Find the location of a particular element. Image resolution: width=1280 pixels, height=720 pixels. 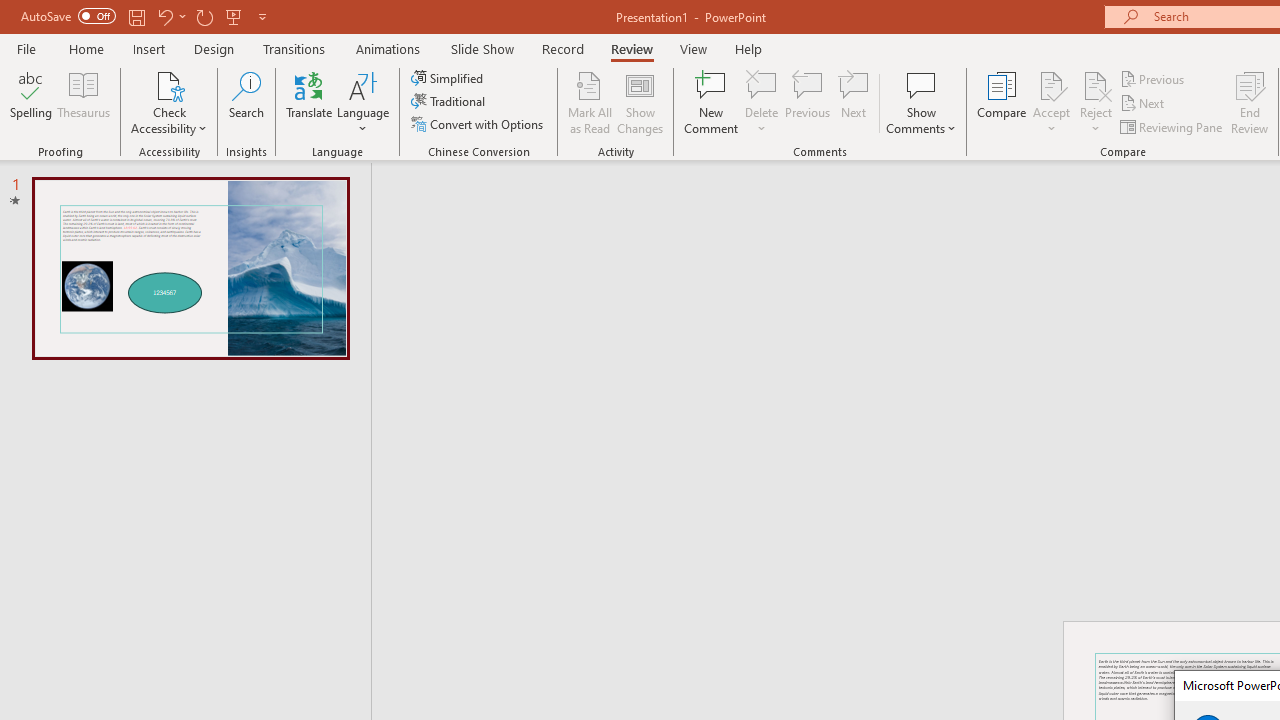

'Language' is located at coordinates (363, 103).